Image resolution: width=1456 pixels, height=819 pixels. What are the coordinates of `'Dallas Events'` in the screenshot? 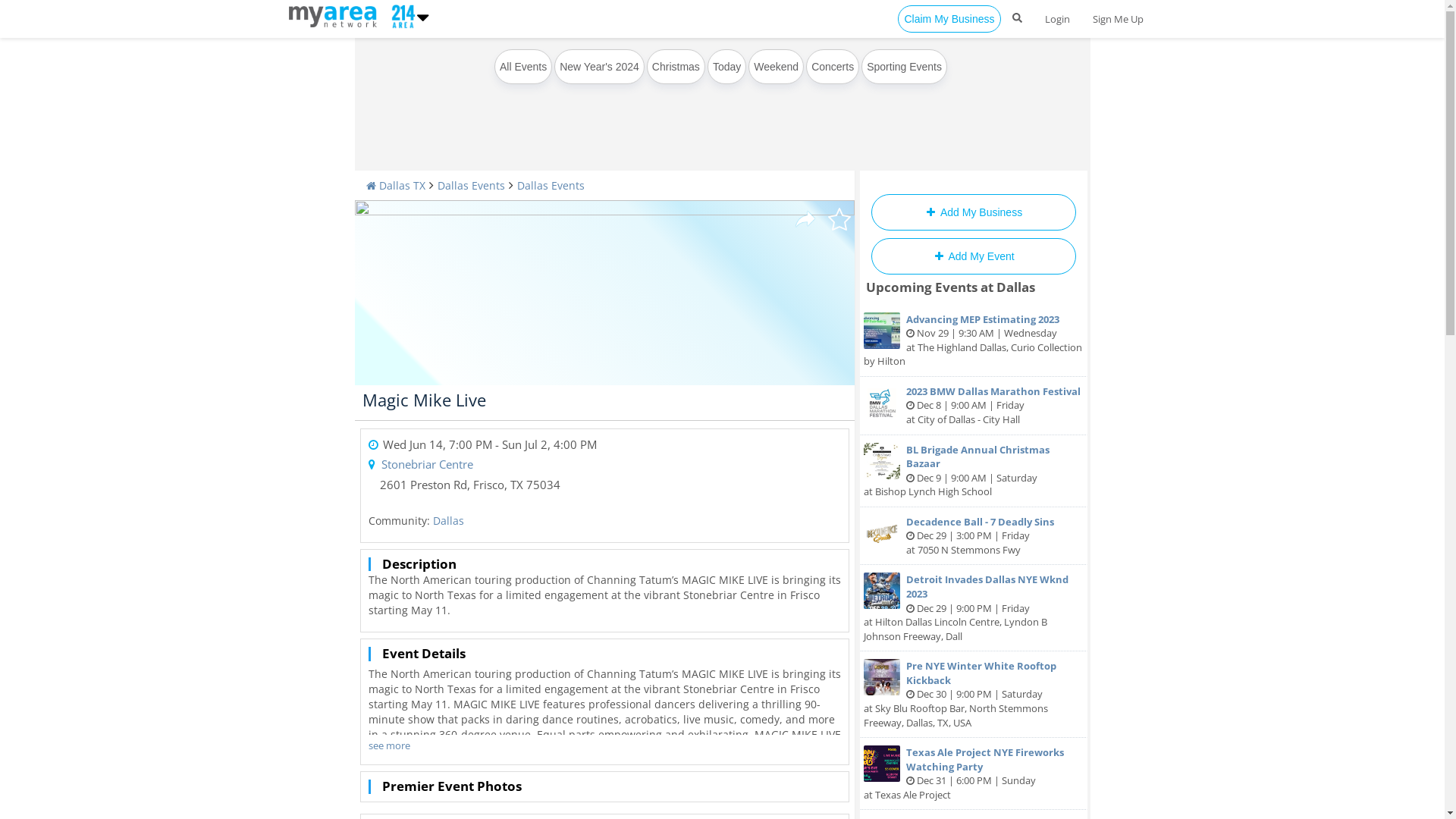 It's located at (469, 184).